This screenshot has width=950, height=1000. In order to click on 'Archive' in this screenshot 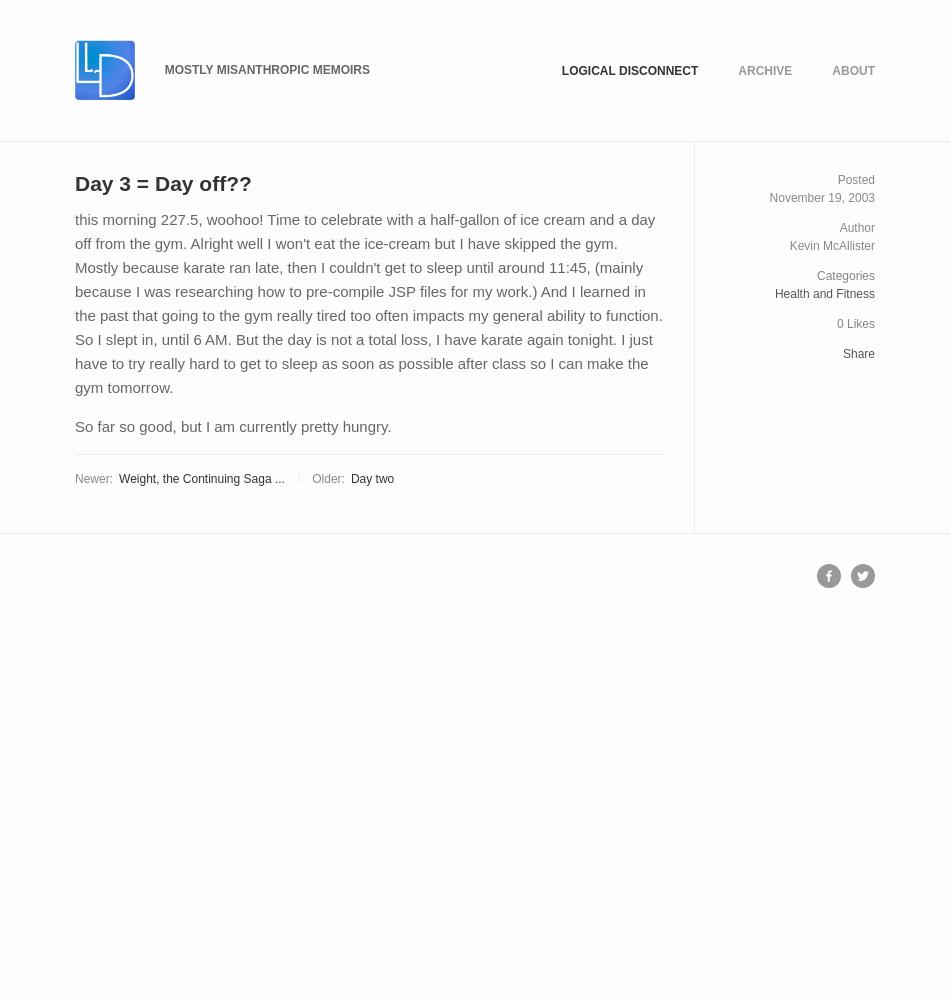, I will do `click(736, 70)`.